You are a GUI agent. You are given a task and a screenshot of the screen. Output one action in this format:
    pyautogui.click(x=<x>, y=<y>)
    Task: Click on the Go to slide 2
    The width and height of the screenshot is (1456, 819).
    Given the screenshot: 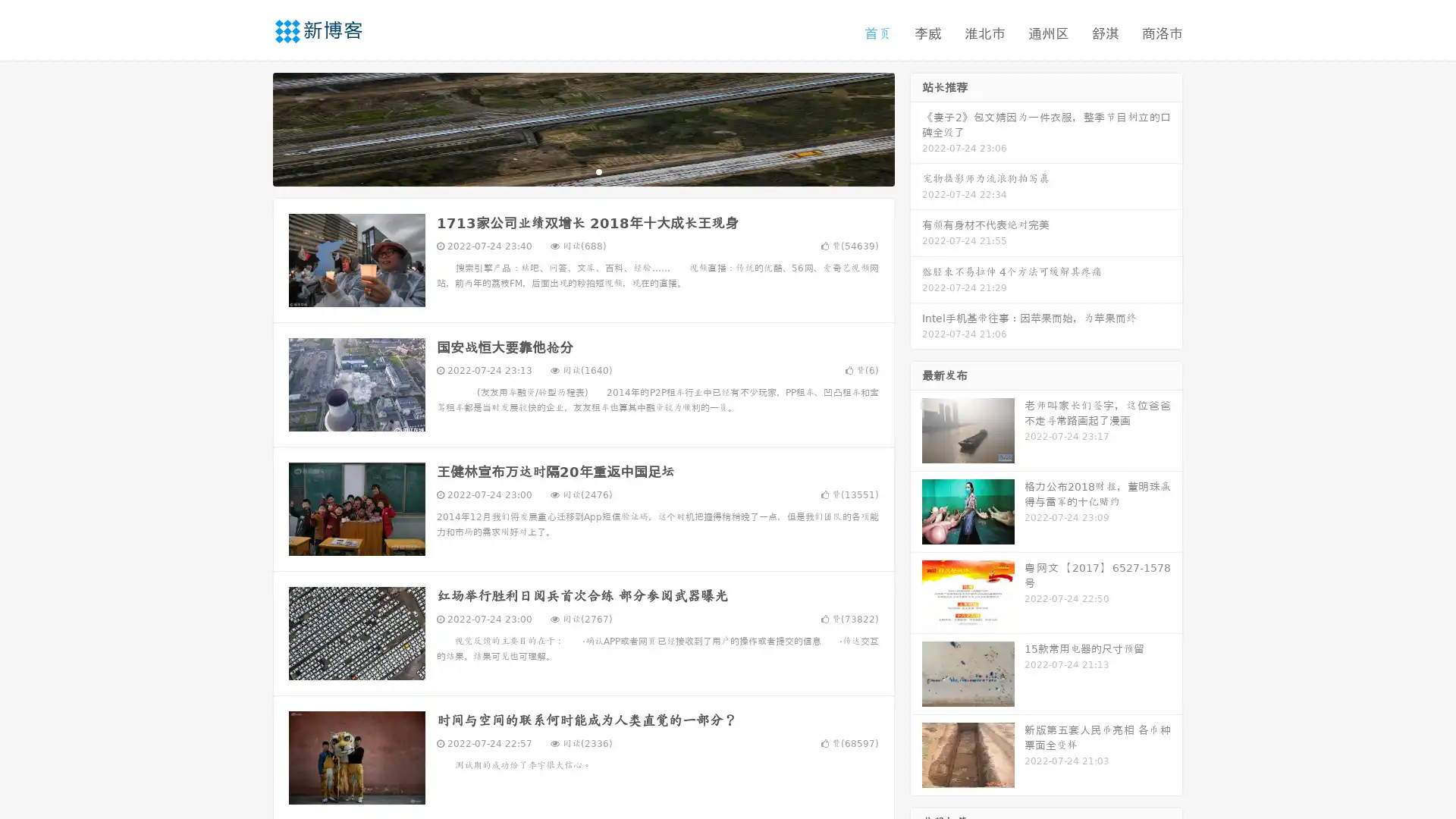 What is the action you would take?
    pyautogui.click(x=582, y=171)
    